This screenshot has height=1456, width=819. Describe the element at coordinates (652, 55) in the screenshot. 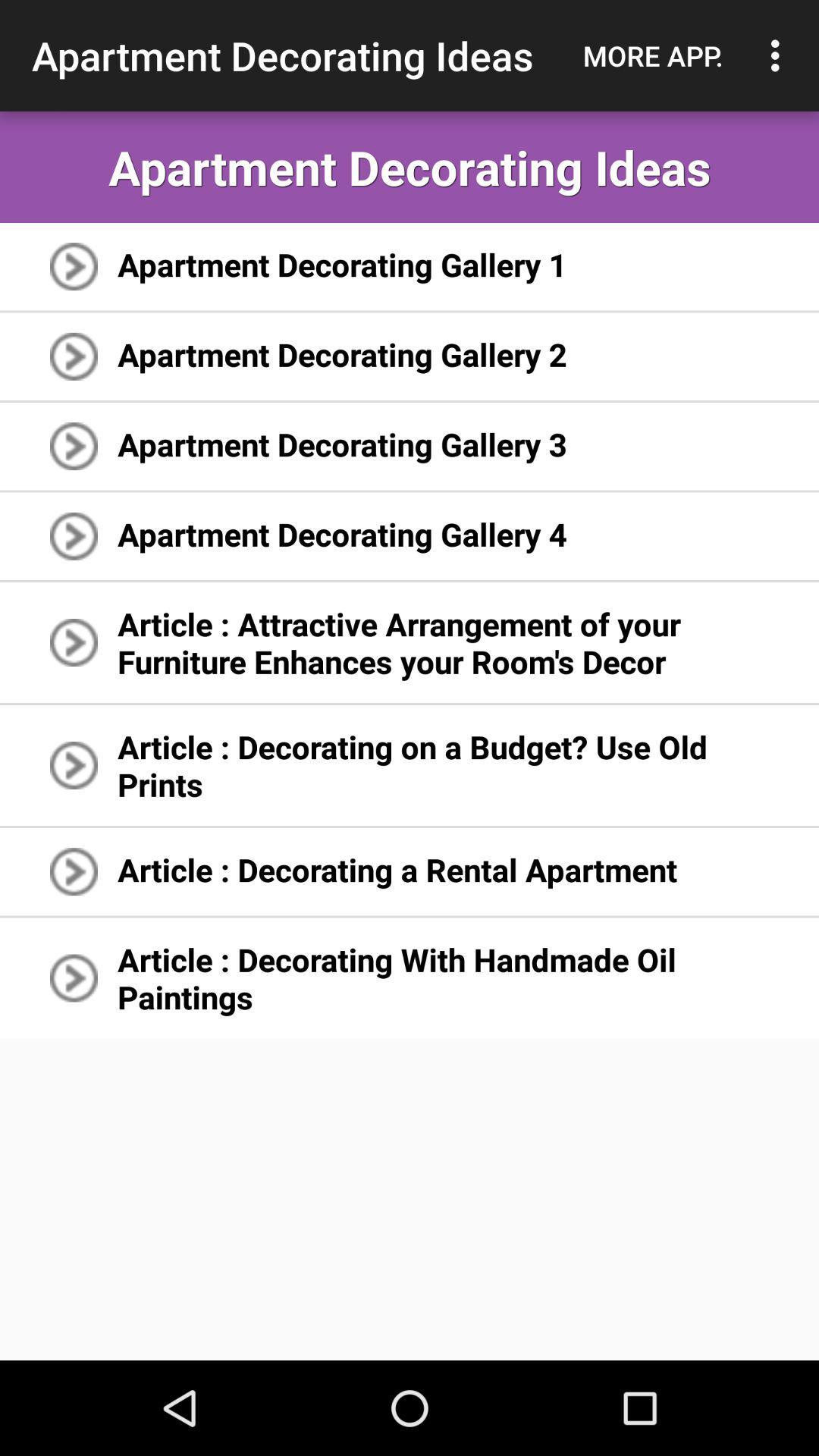

I see `the app above the apartment decorating ideas` at that location.